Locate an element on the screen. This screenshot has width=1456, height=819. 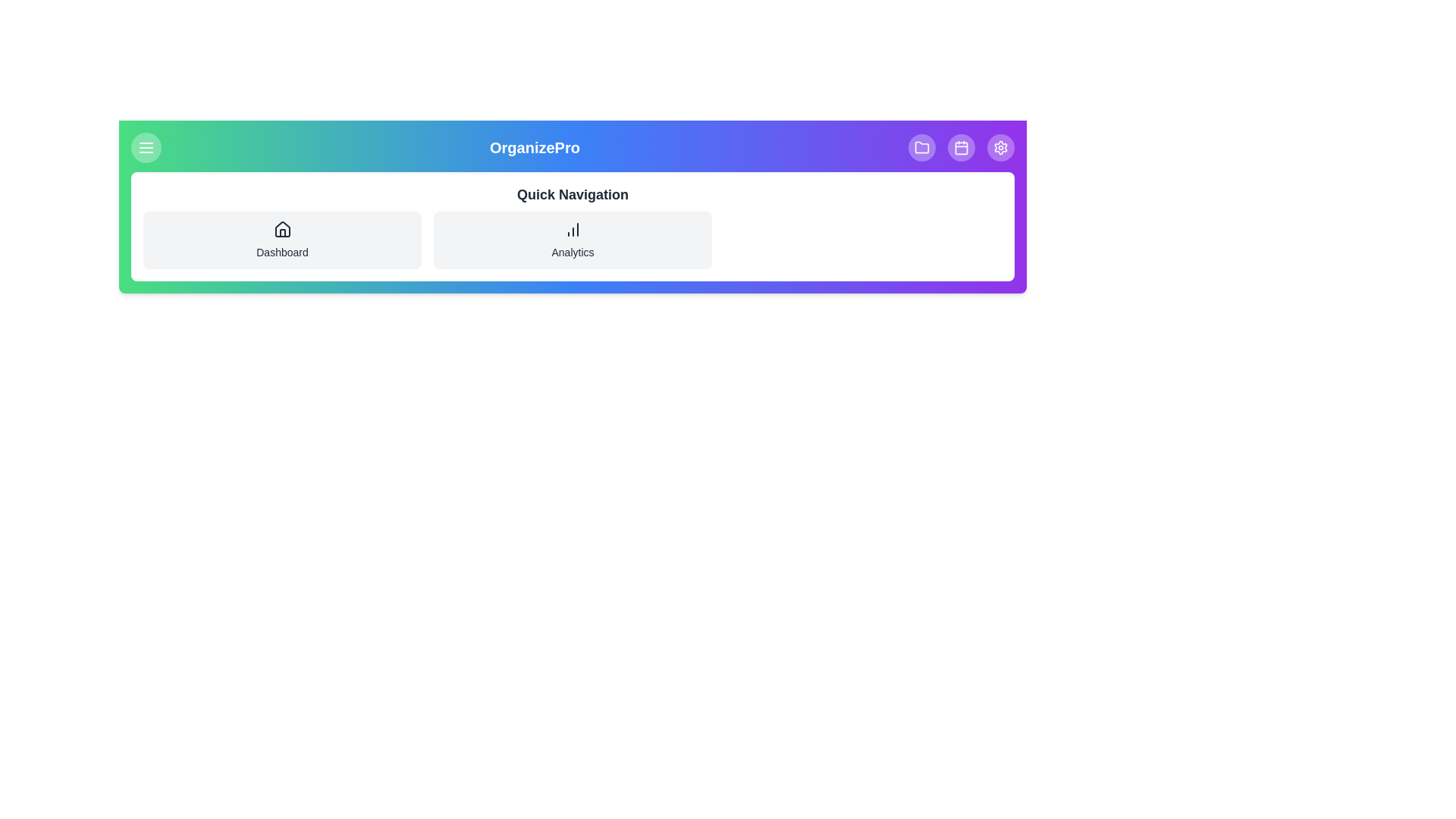
'Dashboard' button in the Quick Navigation section is located at coordinates (282, 239).